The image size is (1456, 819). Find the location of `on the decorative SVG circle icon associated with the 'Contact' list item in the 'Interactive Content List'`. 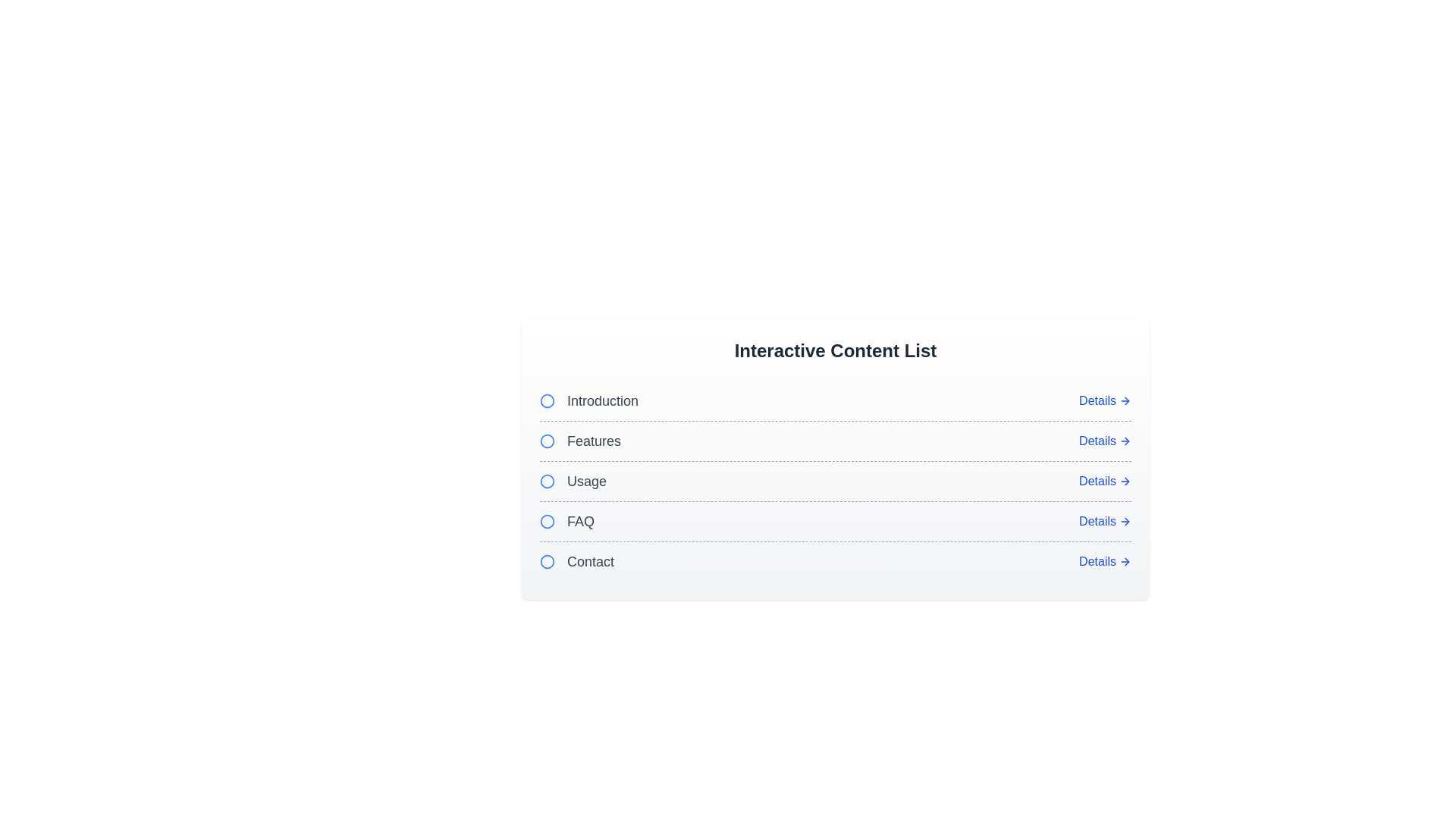

on the decorative SVG circle icon associated with the 'Contact' list item in the 'Interactive Content List' is located at coordinates (546, 561).